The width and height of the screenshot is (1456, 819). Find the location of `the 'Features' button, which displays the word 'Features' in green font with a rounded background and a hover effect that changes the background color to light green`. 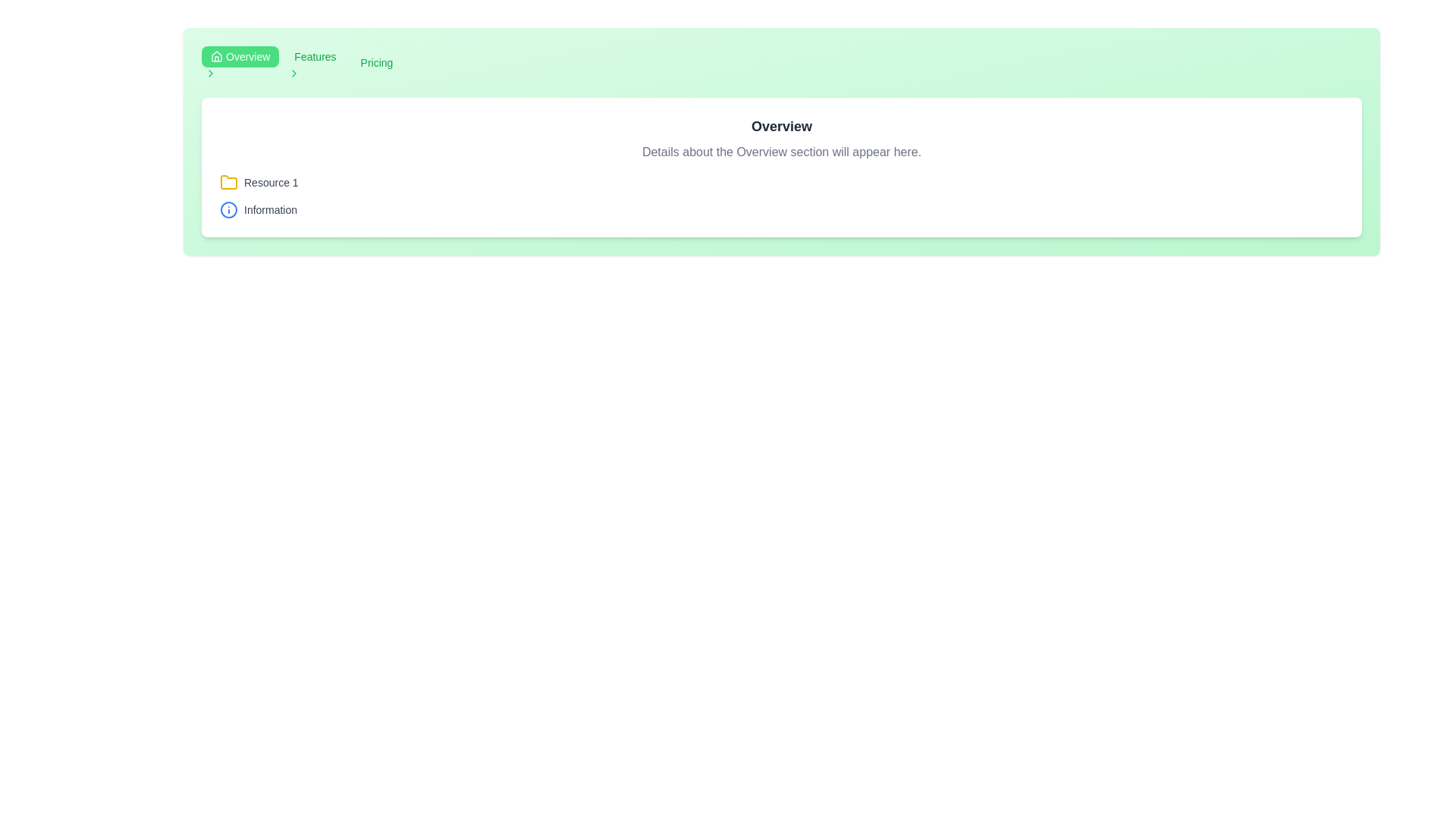

the 'Features' button, which displays the word 'Features' in green font with a rounded background and a hover effect that changes the background color to light green is located at coordinates (315, 62).